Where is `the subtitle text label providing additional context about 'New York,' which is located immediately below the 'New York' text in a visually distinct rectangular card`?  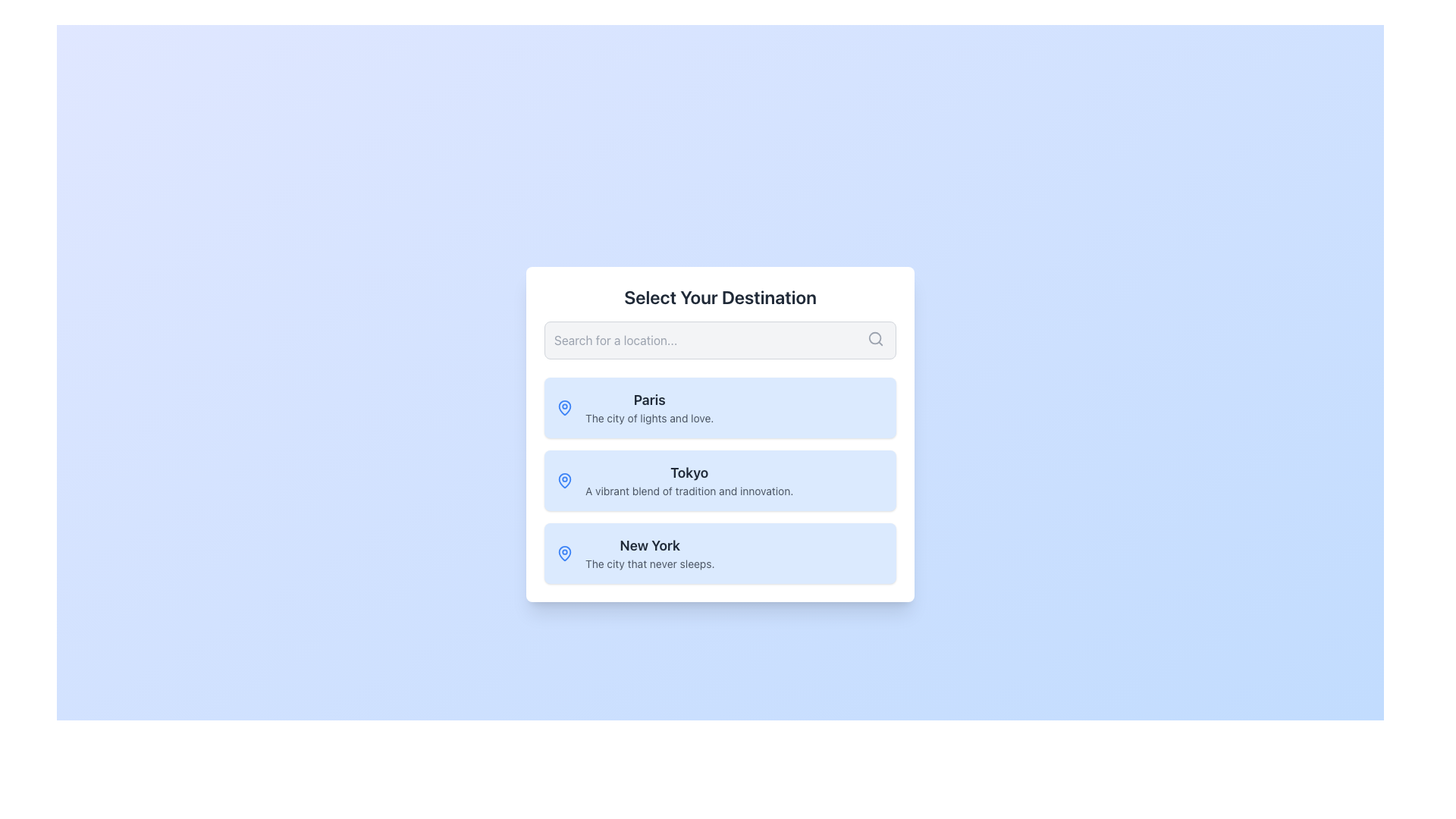 the subtitle text label providing additional context about 'New York,' which is located immediately below the 'New York' text in a visually distinct rectangular card is located at coordinates (650, 564).